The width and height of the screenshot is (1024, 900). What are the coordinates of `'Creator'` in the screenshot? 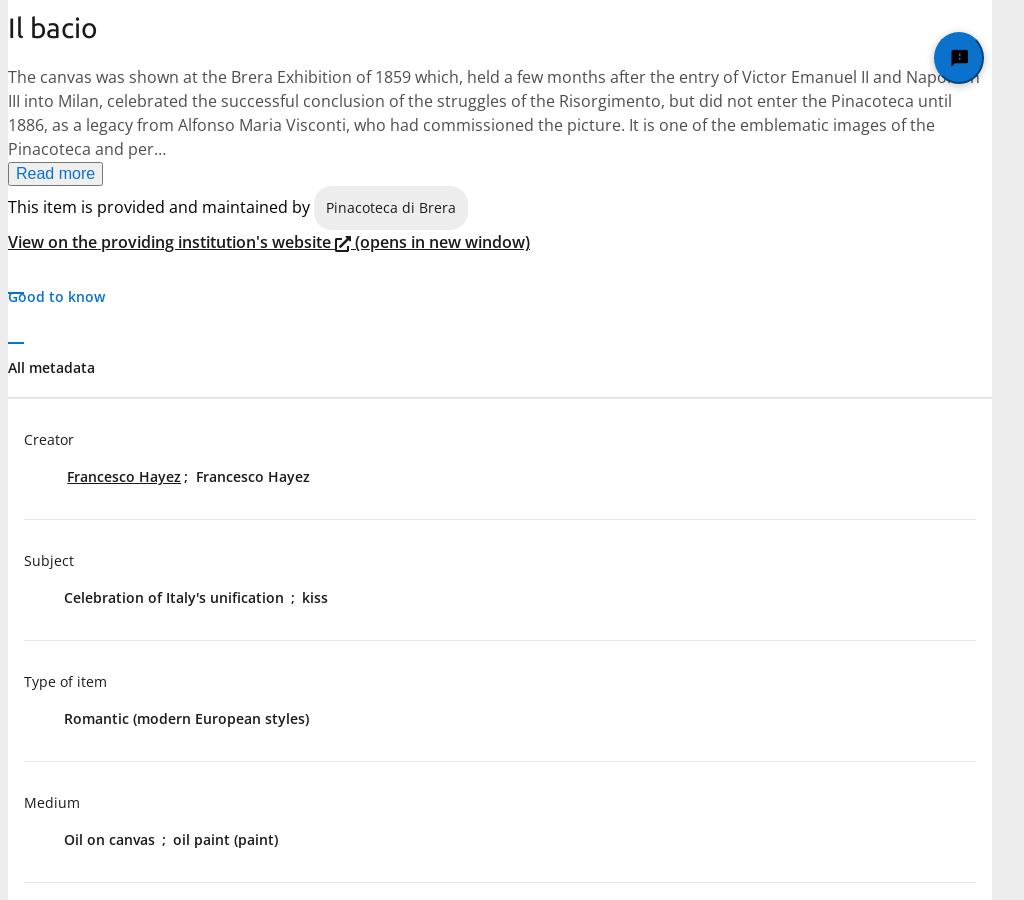 It's located at (48, 439).